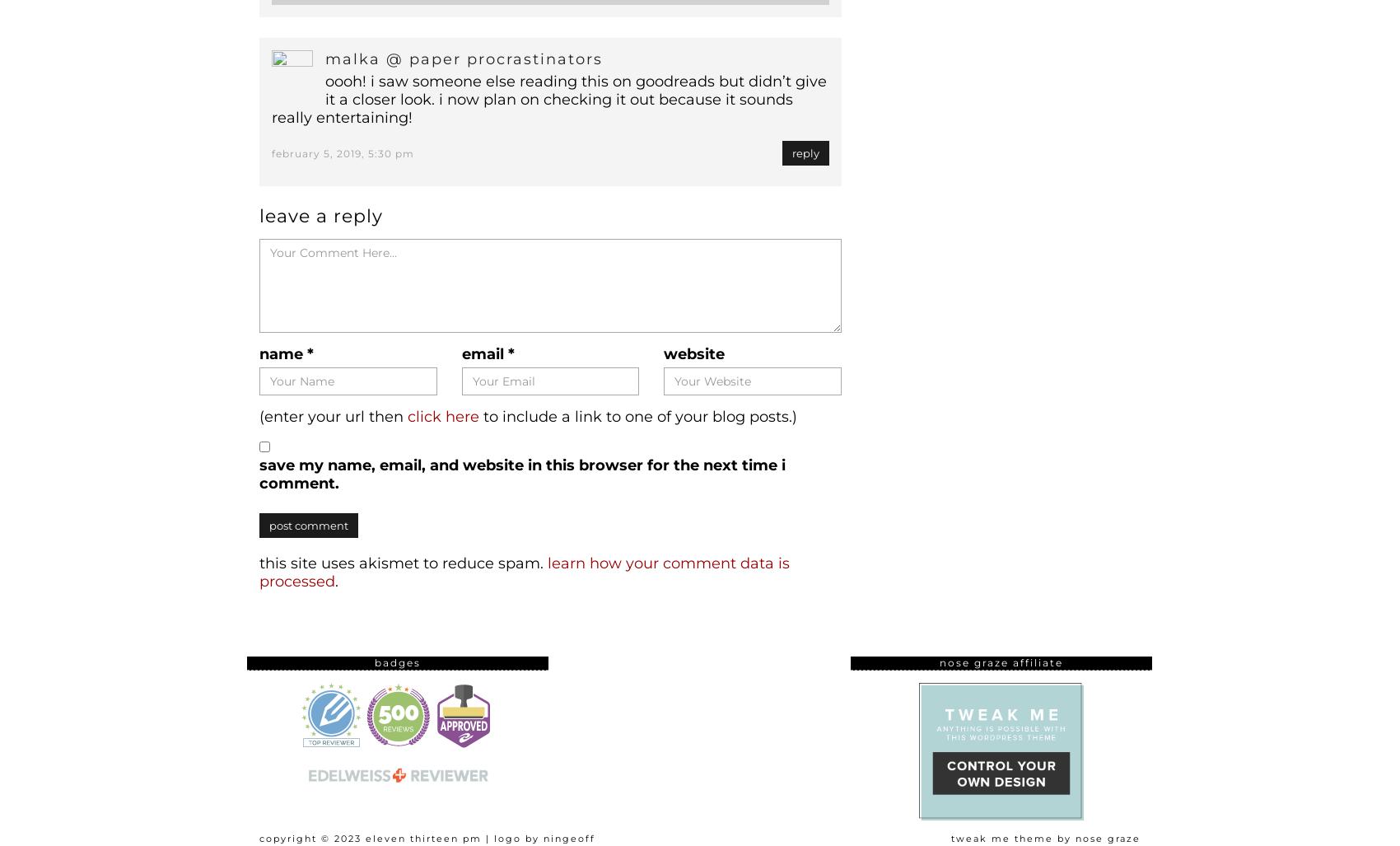 This screenshot has height=846, width=1400. I want to click on 'Reply', so click(805, 151).